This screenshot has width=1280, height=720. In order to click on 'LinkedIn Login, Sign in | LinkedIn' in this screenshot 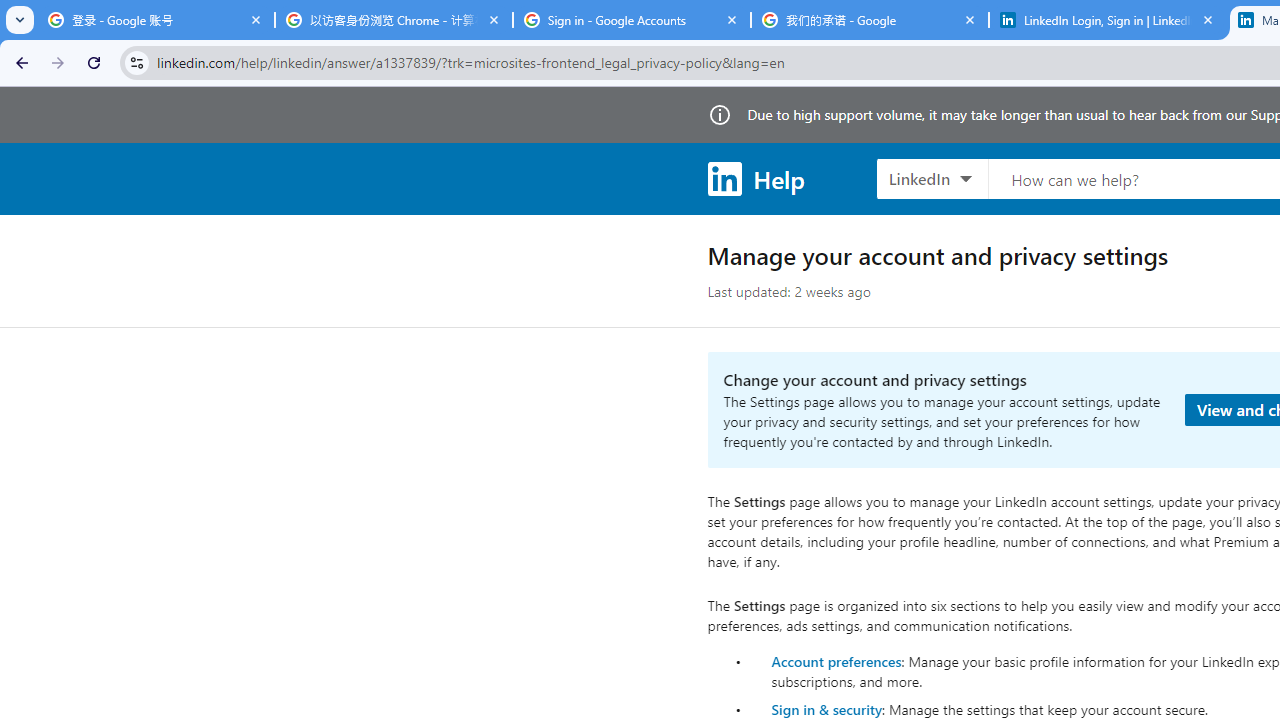, I will do `click(1107, 20)`.